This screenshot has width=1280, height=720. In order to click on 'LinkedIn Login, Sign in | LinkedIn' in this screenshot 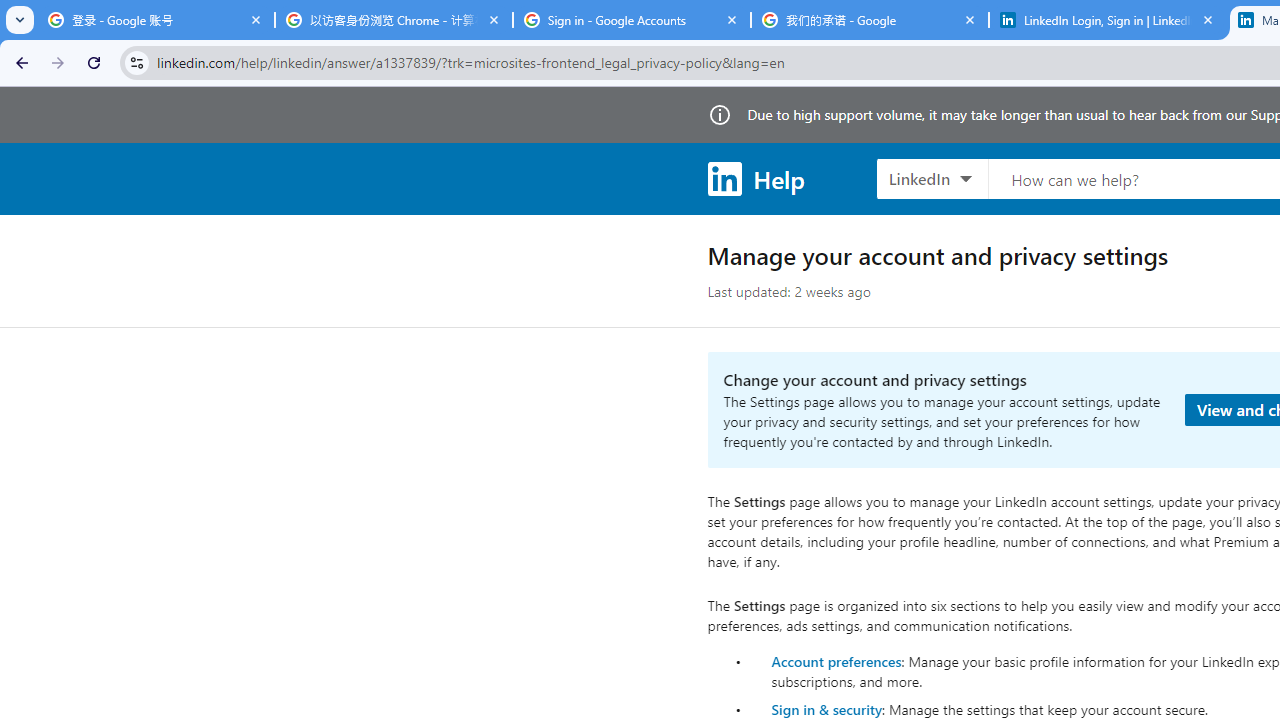, I will do `click(1107, 20)`.